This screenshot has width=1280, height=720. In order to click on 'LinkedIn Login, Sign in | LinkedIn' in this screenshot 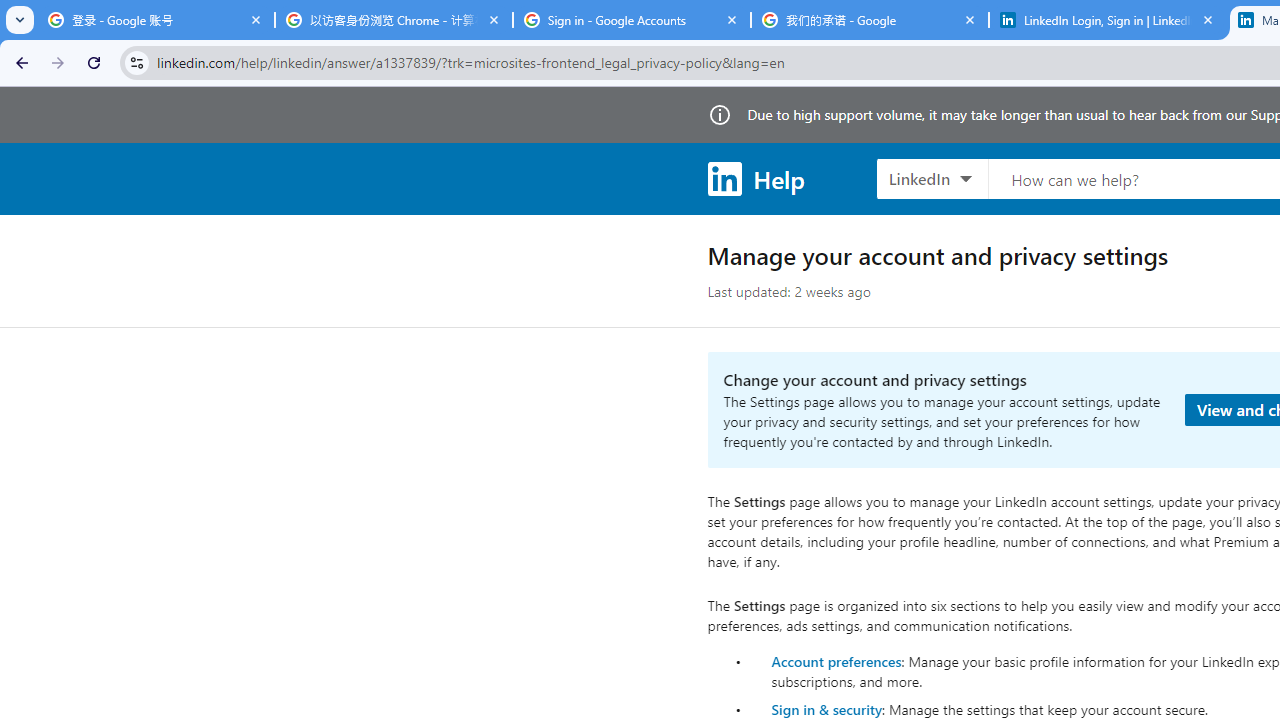, I will do `click(1107, 20)`.